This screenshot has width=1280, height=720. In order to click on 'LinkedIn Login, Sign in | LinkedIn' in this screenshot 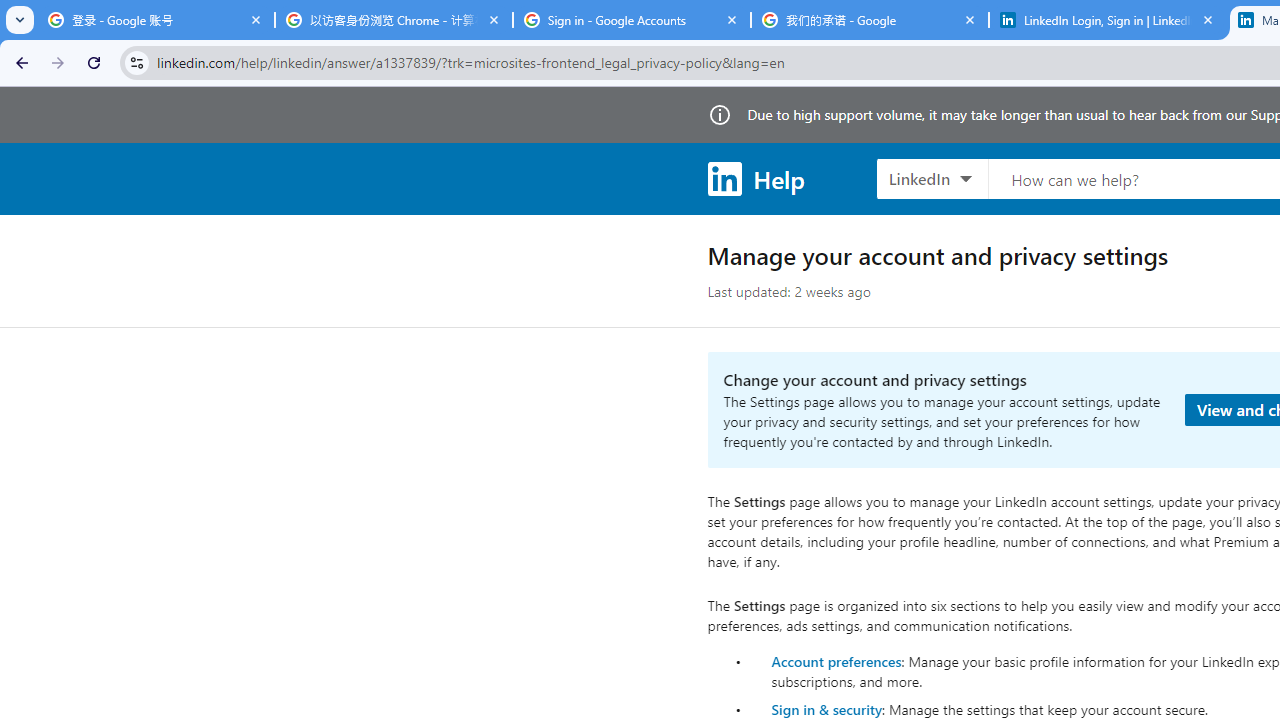, I will do `click(1107, 20)`.